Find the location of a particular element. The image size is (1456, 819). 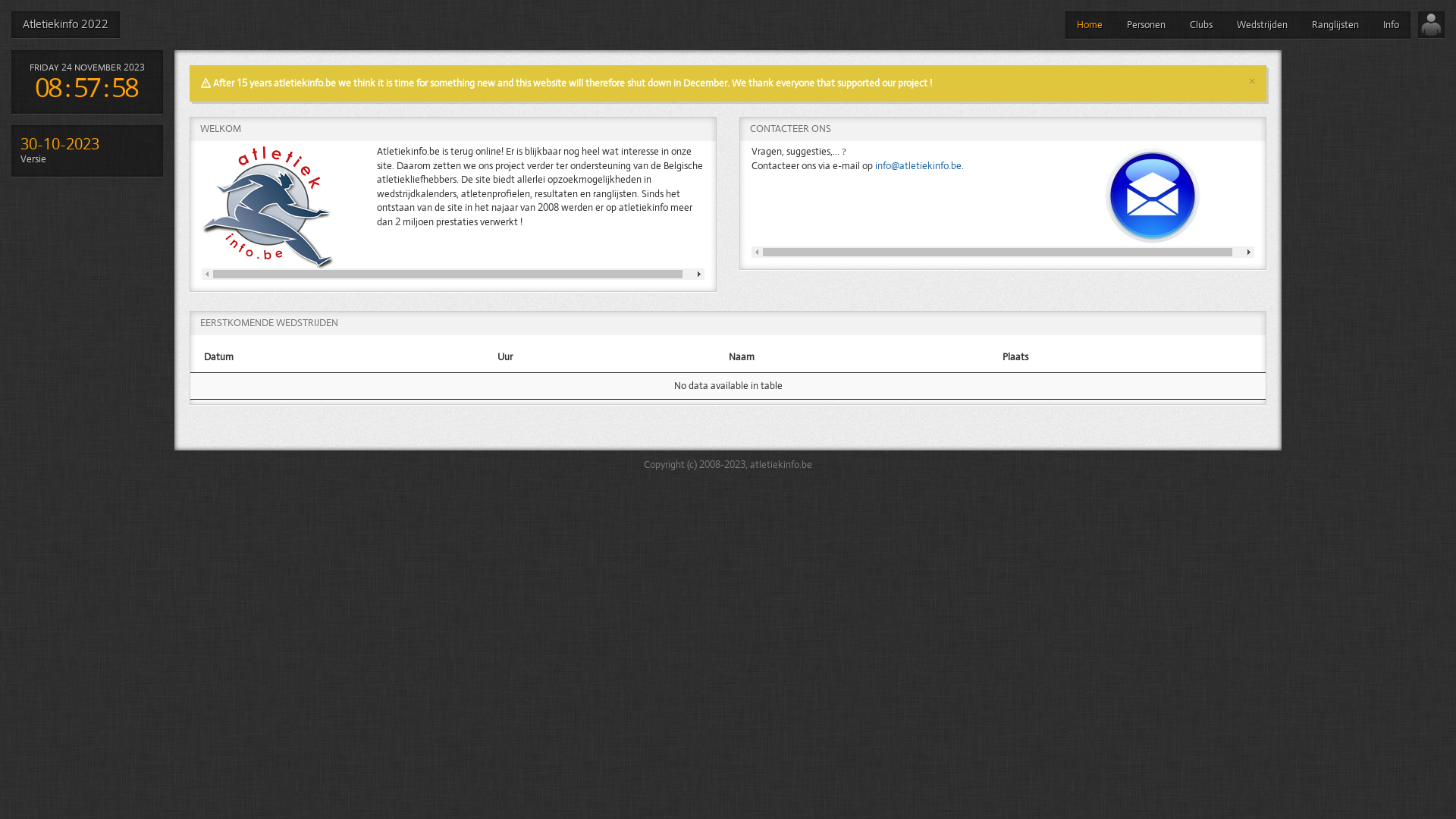

'Ranglijsten' is located at coordinates (1335, 25).